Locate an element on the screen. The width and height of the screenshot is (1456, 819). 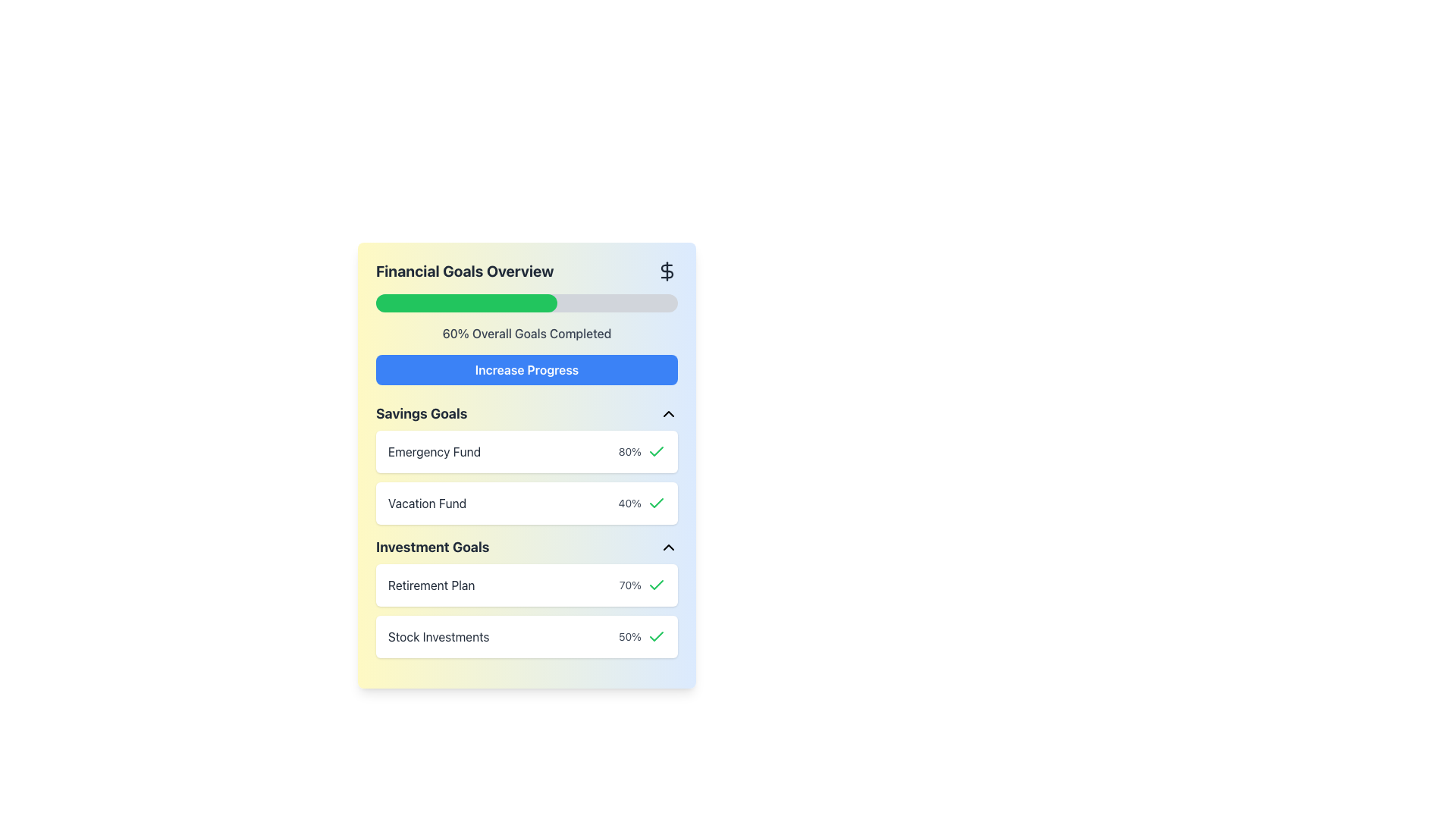
the static text label that serves as a title for the financial goal, located within the 'Investment Goals' card-like component is located at coordinates (431, 584).